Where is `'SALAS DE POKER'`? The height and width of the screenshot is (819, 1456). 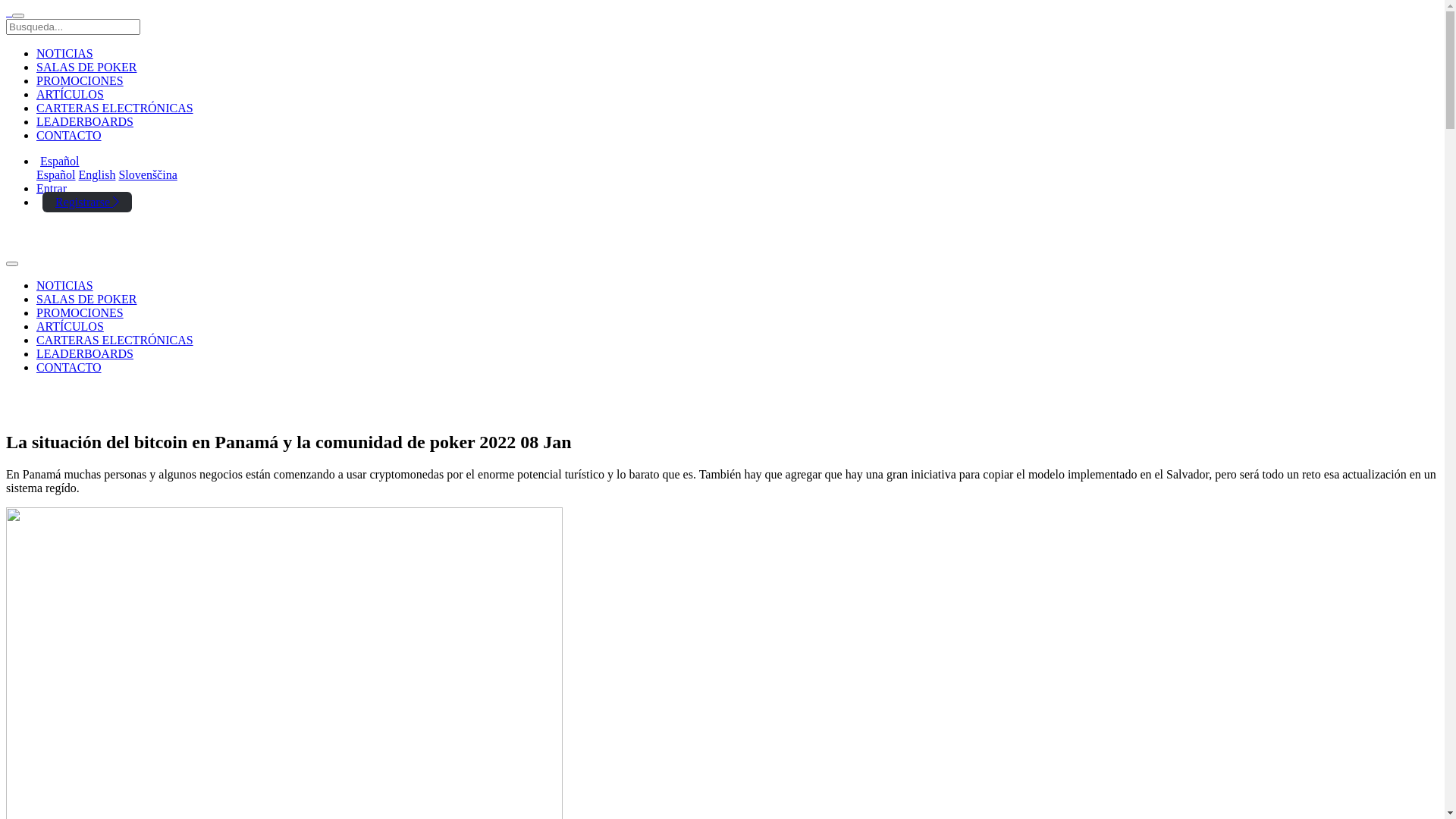 'SALAS DE POKER' is located at coordinates (36, 299).